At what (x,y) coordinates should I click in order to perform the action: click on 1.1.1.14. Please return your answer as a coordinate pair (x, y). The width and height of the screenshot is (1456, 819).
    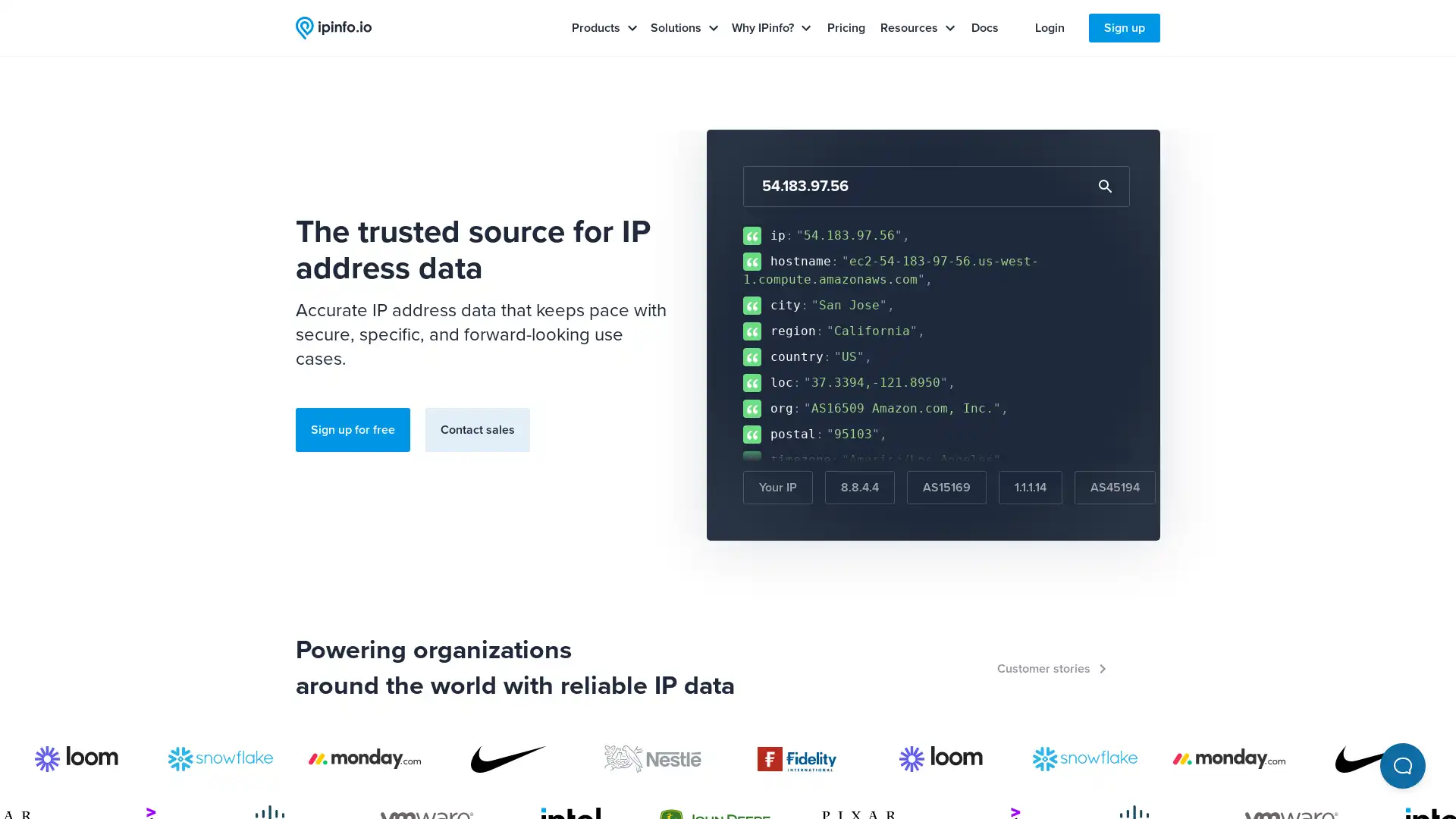
    Looking at the image, I should click on (1030, 488).